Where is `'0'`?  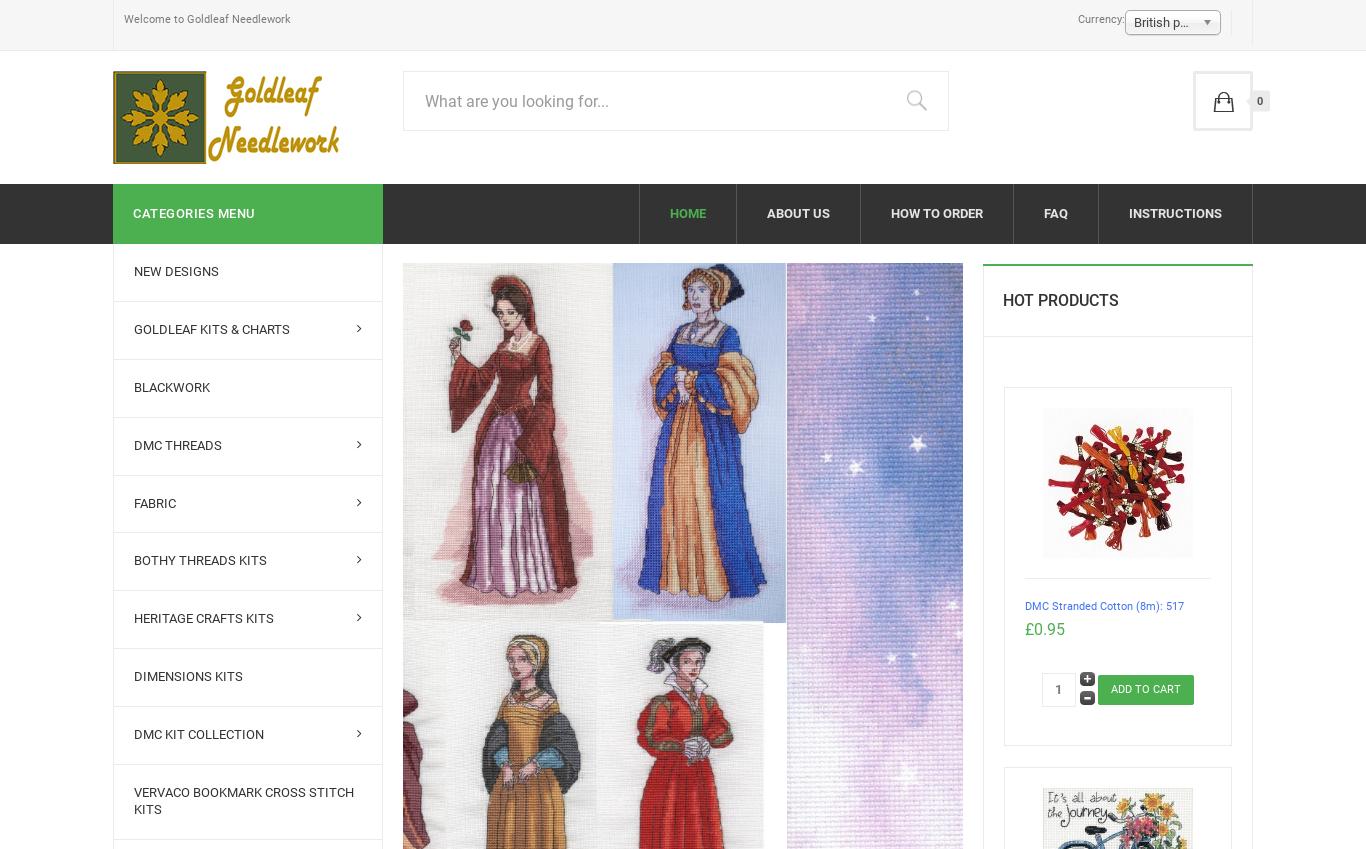
'0' is located at coordinates (1255, 99).